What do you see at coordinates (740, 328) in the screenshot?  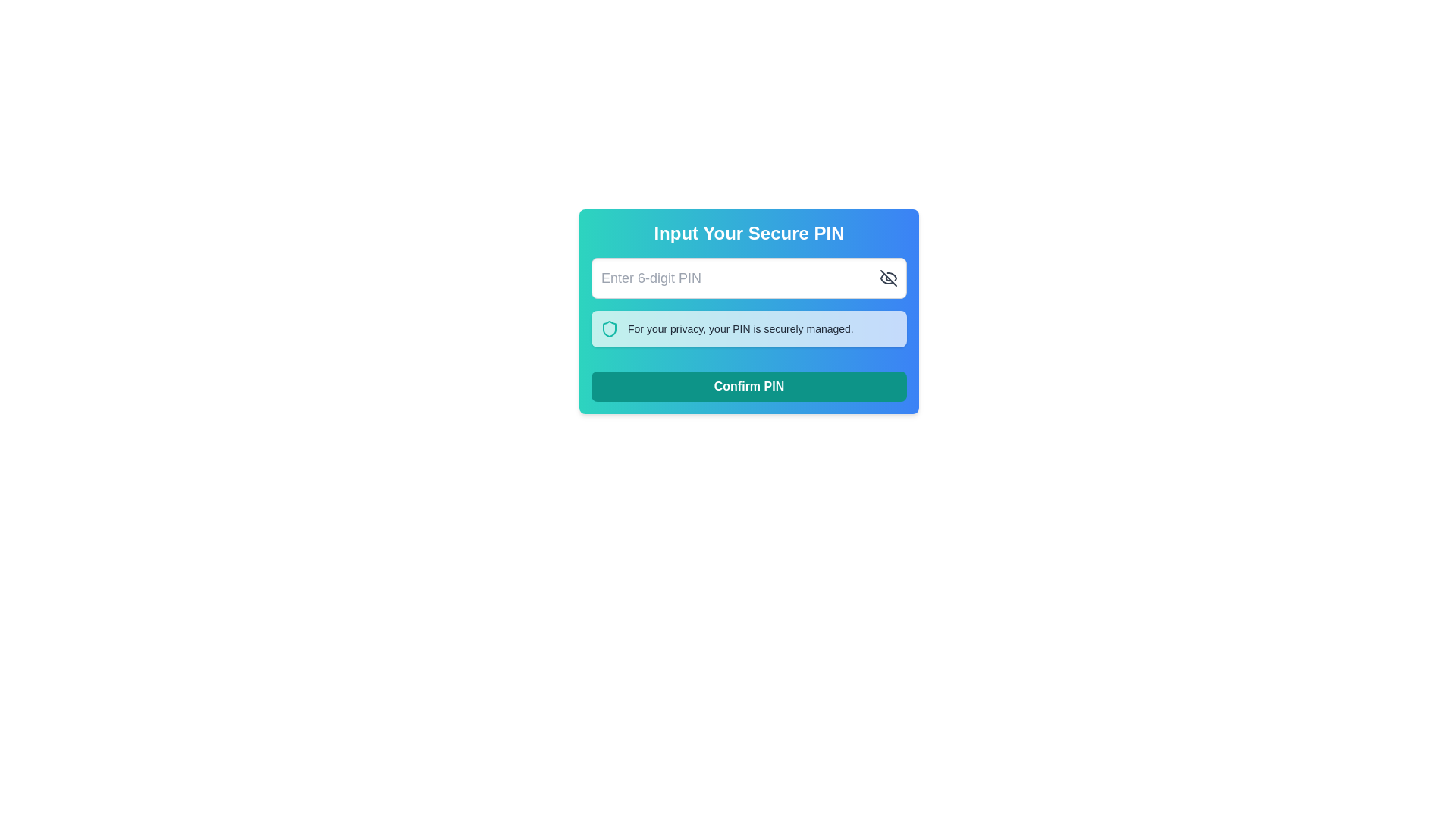 I see `the non-interactive text element that provides information about secure handling of the user's PIN, located below the PIN input field` at bounding box center [740, 328].